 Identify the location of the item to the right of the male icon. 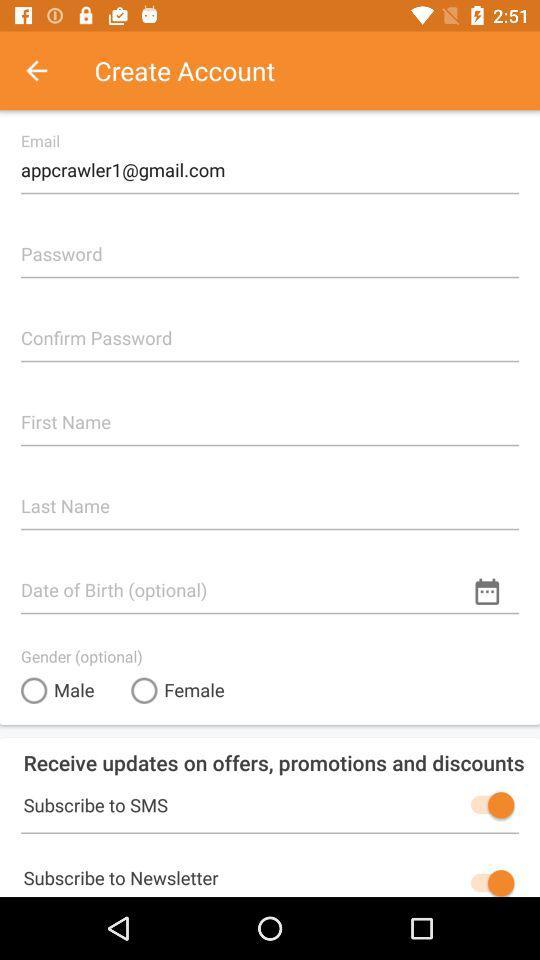
(177, 690).